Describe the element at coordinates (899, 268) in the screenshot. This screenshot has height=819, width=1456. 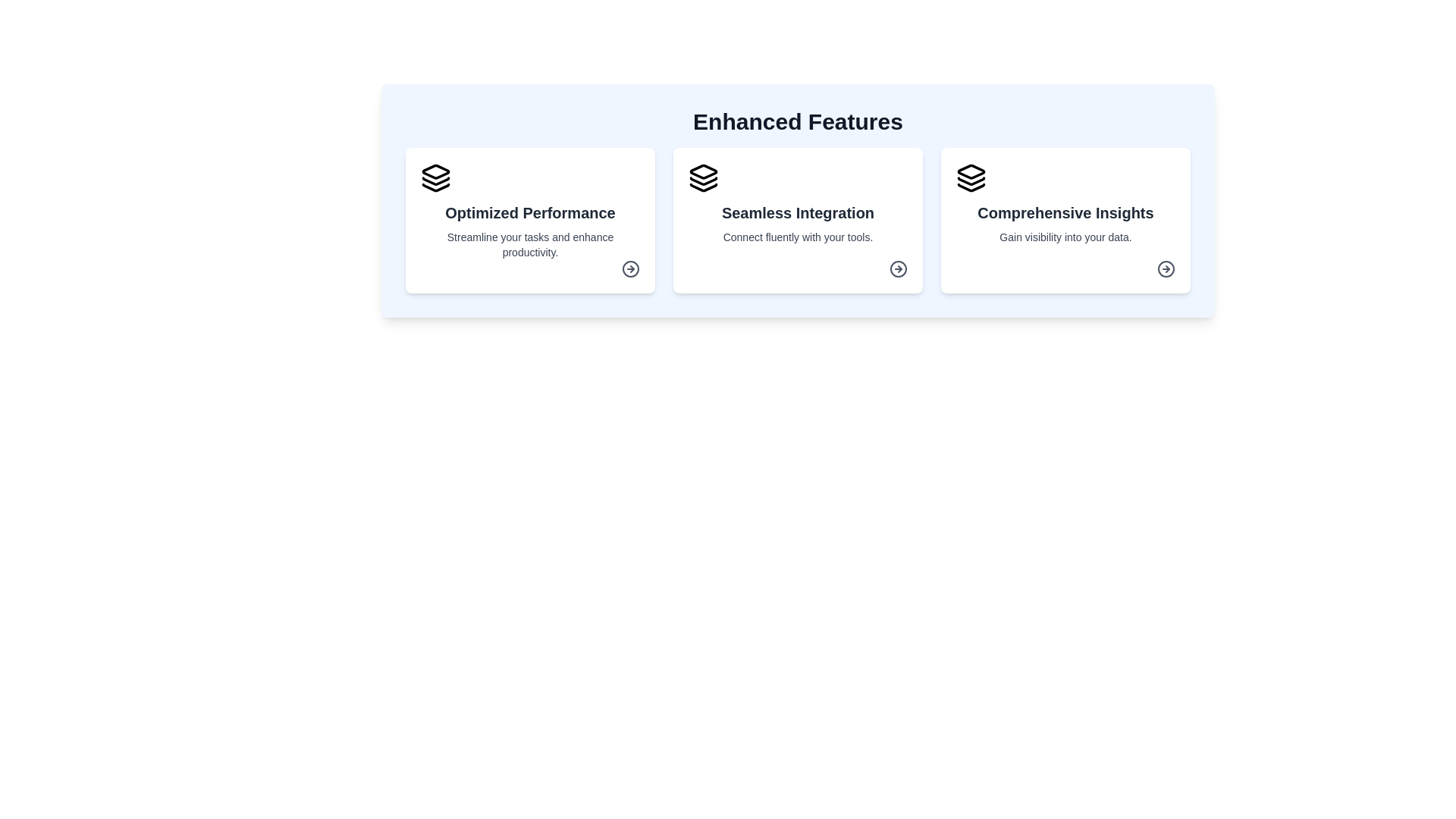
I see `the circular button-like icon with a rightward-pointing arrow at its center, located at the bottom-right corner of the 'Seamless Integration' card in the 'Enhanced Features' section` at that location.